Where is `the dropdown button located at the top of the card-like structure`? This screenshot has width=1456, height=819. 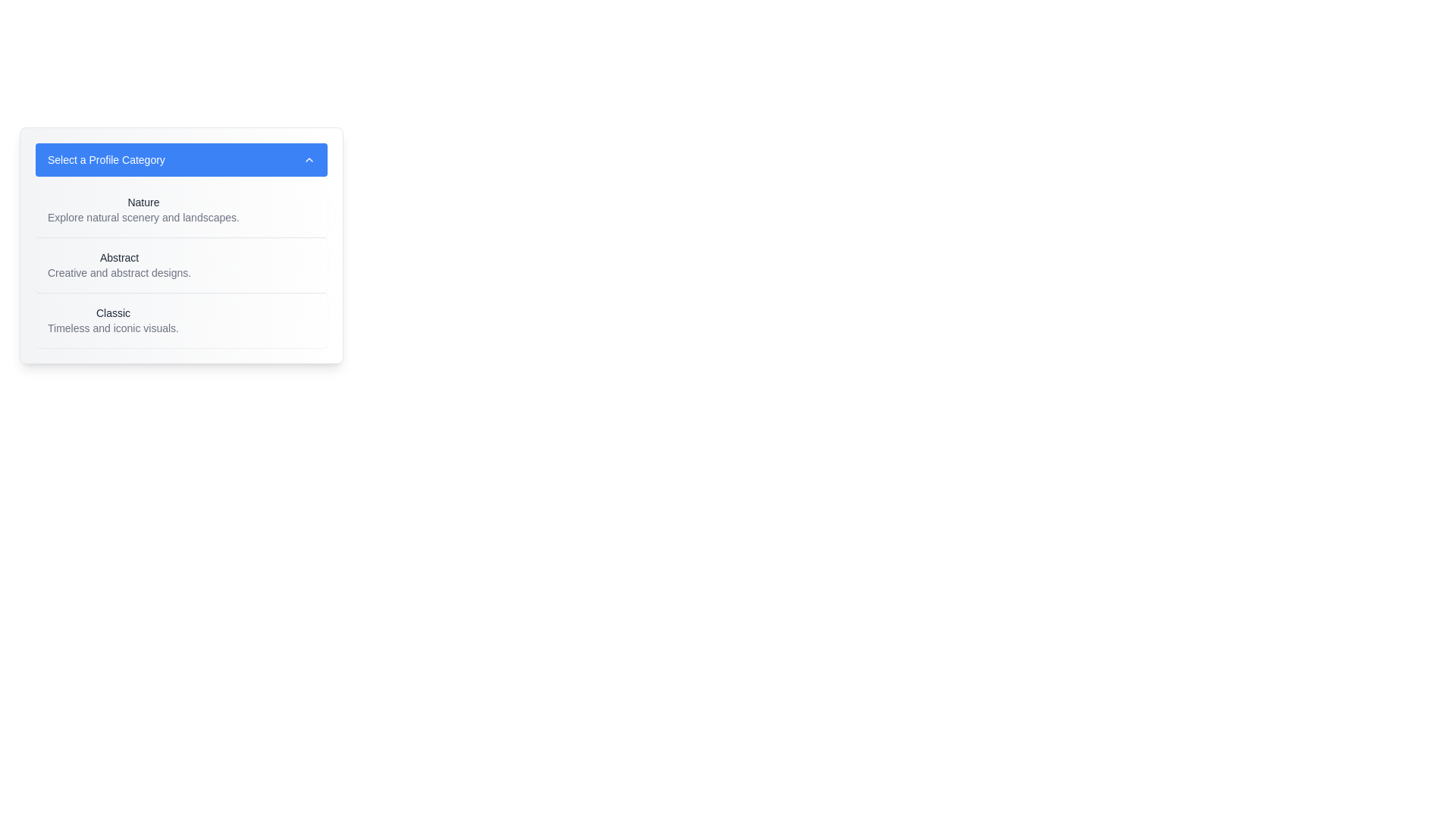 the dropdown button located at the top of the card-like structure is located at coordinates (181, 160).